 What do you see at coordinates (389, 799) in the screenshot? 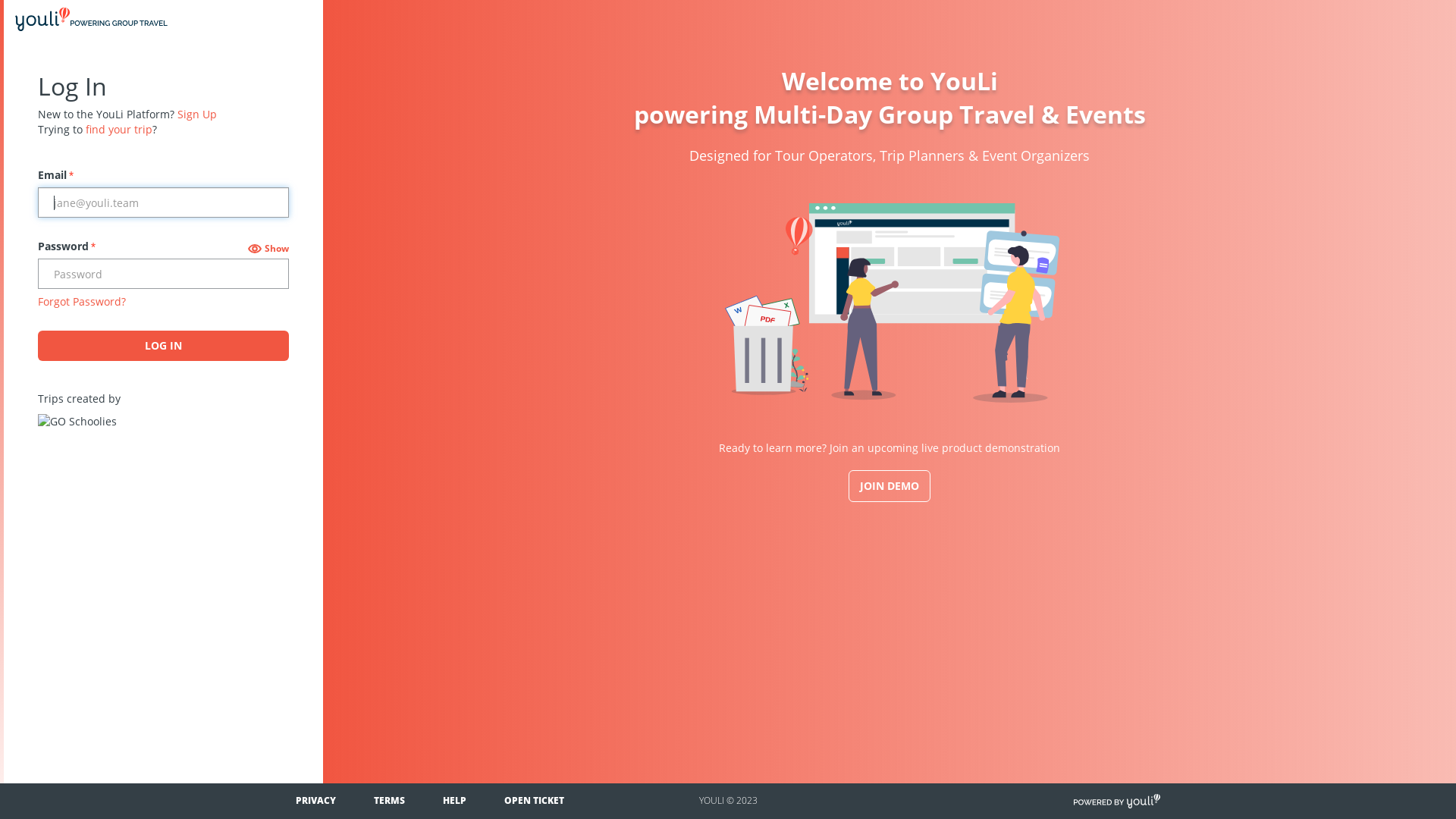
I see `'TERMS'` at bounding box center [389, 799].